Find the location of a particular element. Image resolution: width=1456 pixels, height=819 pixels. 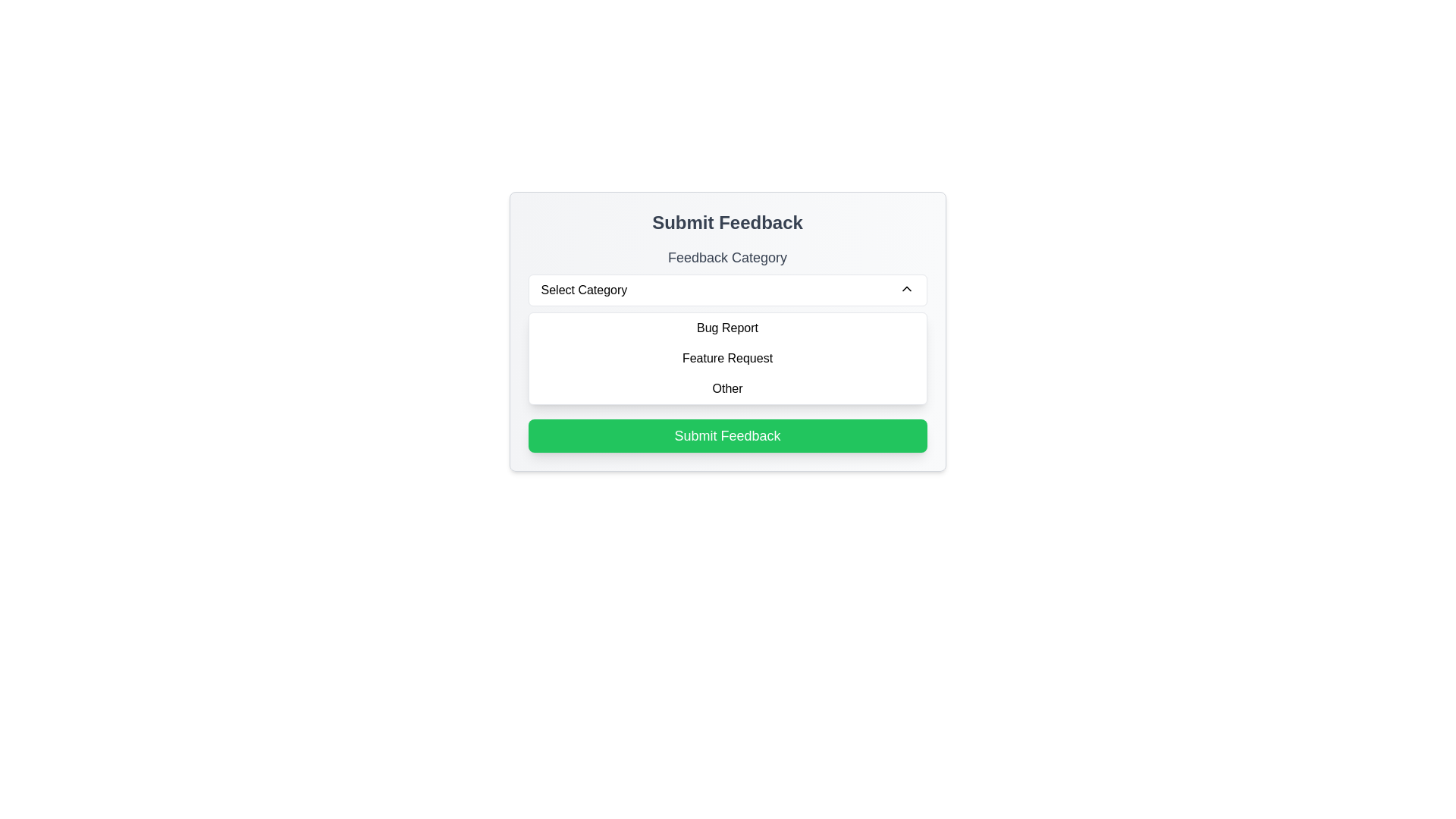

the 'Feature Request' option in the feedback category dropdown menu is located at coordinates (726, 359).